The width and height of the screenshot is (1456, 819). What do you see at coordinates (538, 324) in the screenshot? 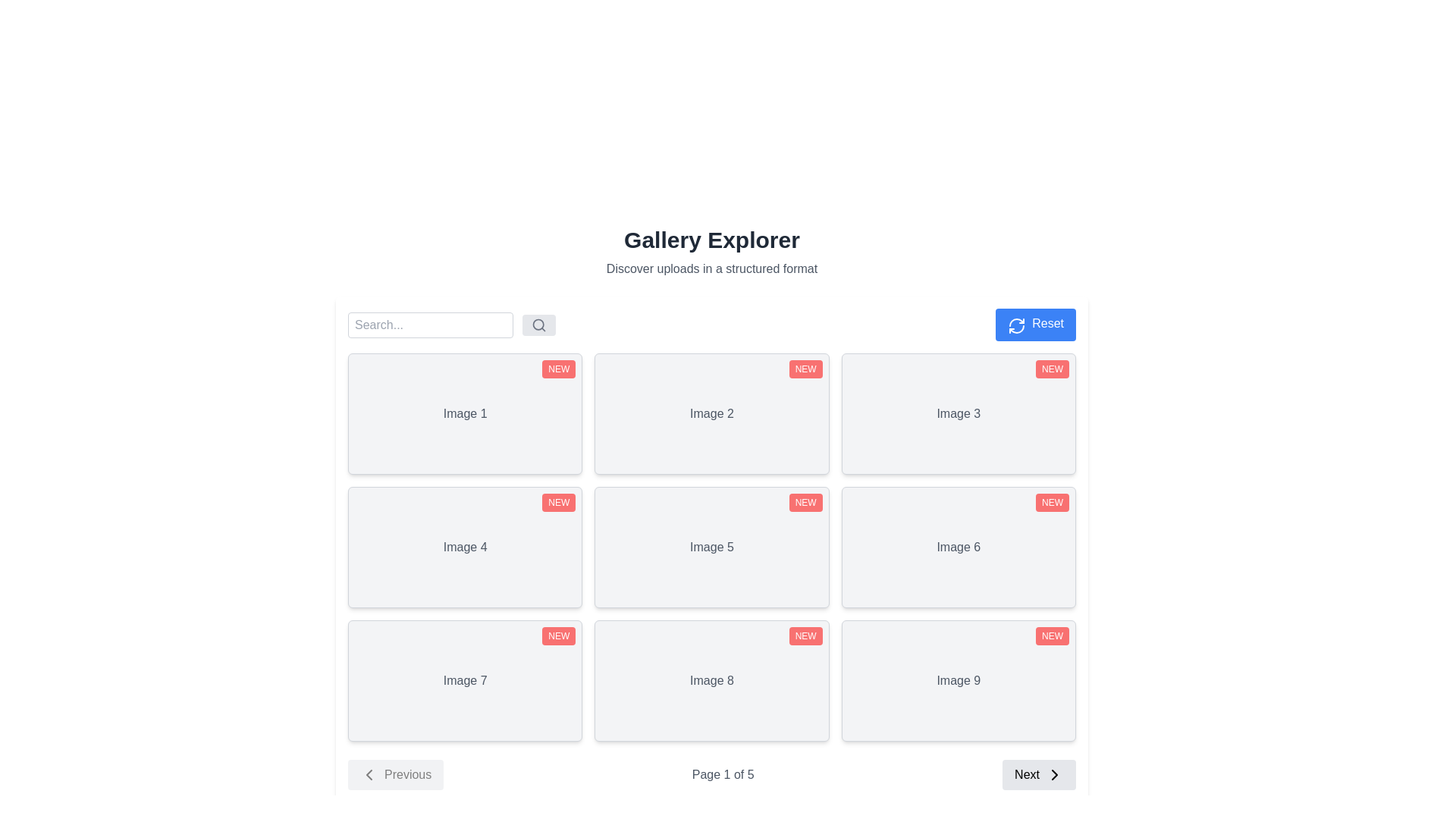
I see `the magnifying glass icon button to initiate a search operation` at bounding box center [538, 324].